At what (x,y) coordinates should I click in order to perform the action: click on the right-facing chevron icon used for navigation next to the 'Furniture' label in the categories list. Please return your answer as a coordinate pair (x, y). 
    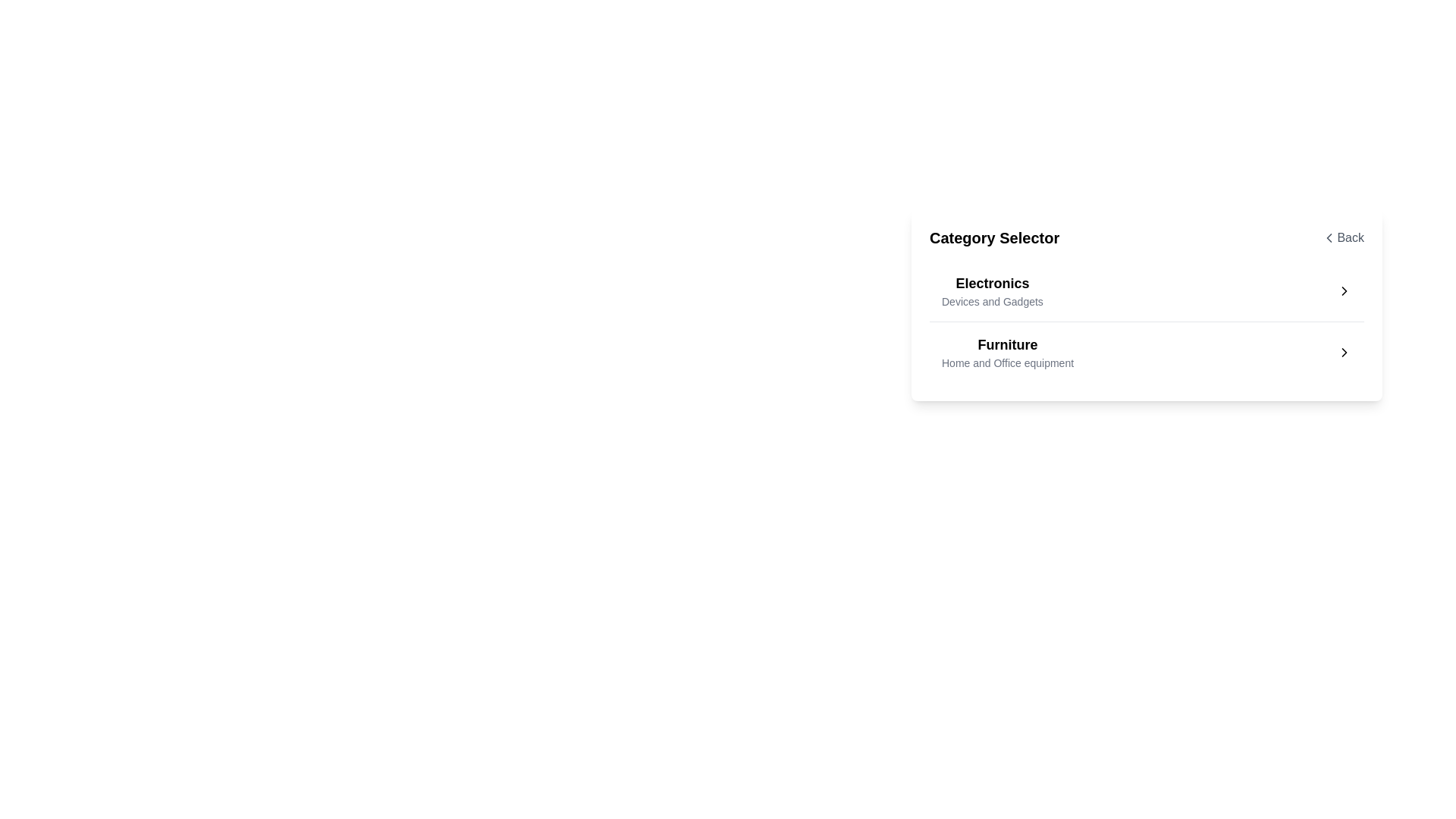
    Looking at the image, I should click on (1344, 353).